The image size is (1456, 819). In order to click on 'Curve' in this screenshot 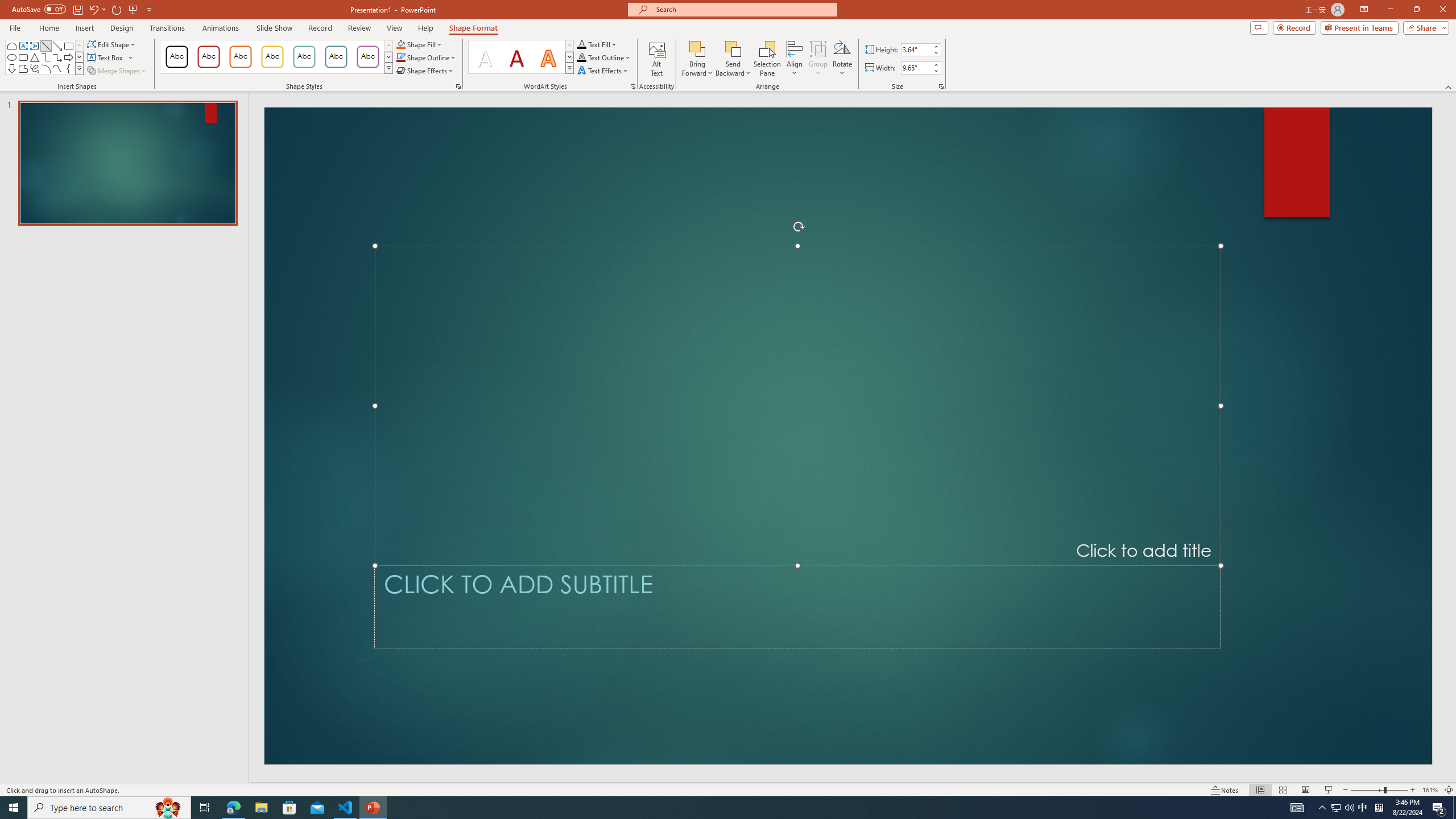, I will do `click(57, 68)`.